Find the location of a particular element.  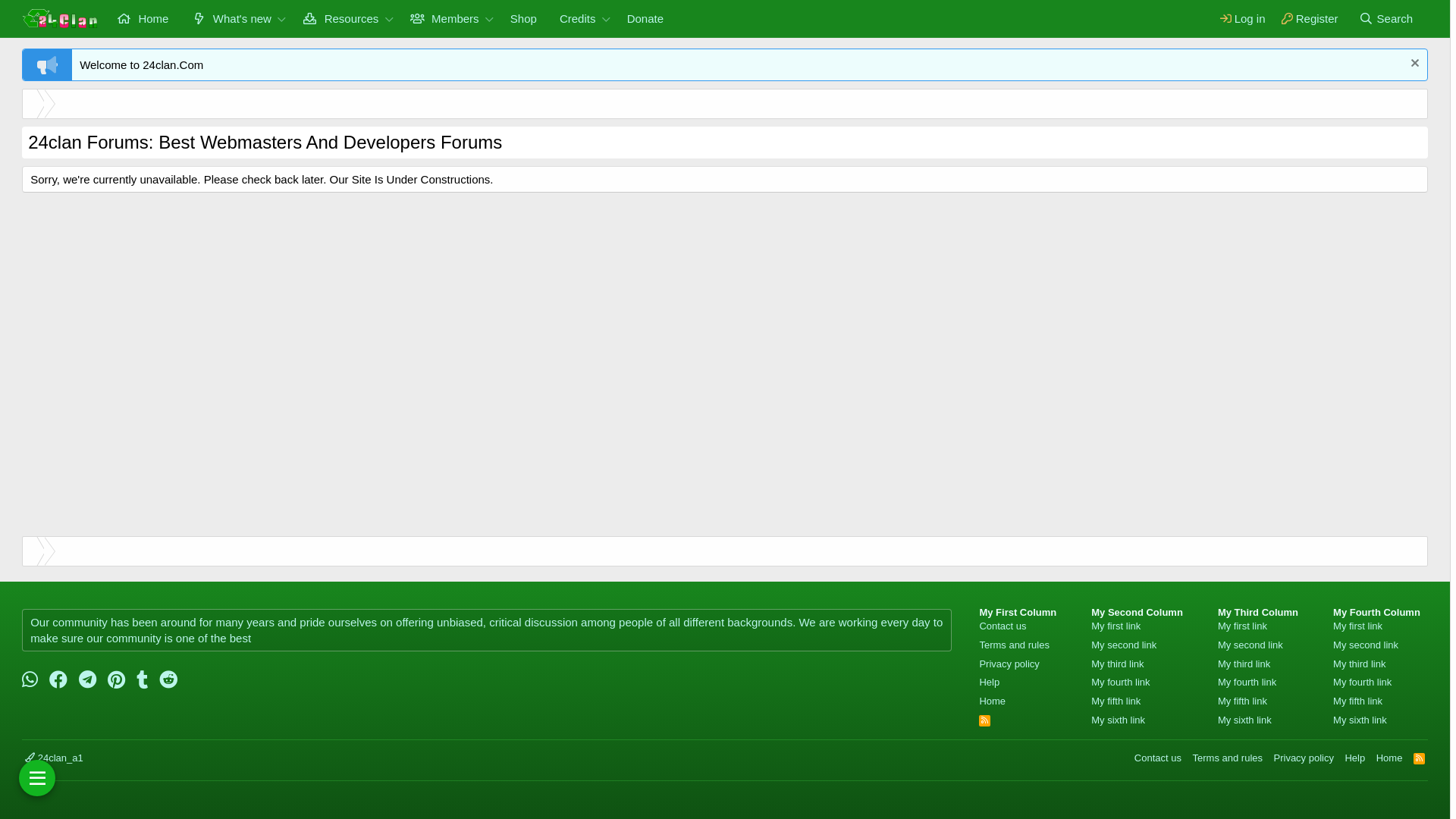

'My second link' is located at coordinates (1124, 645).